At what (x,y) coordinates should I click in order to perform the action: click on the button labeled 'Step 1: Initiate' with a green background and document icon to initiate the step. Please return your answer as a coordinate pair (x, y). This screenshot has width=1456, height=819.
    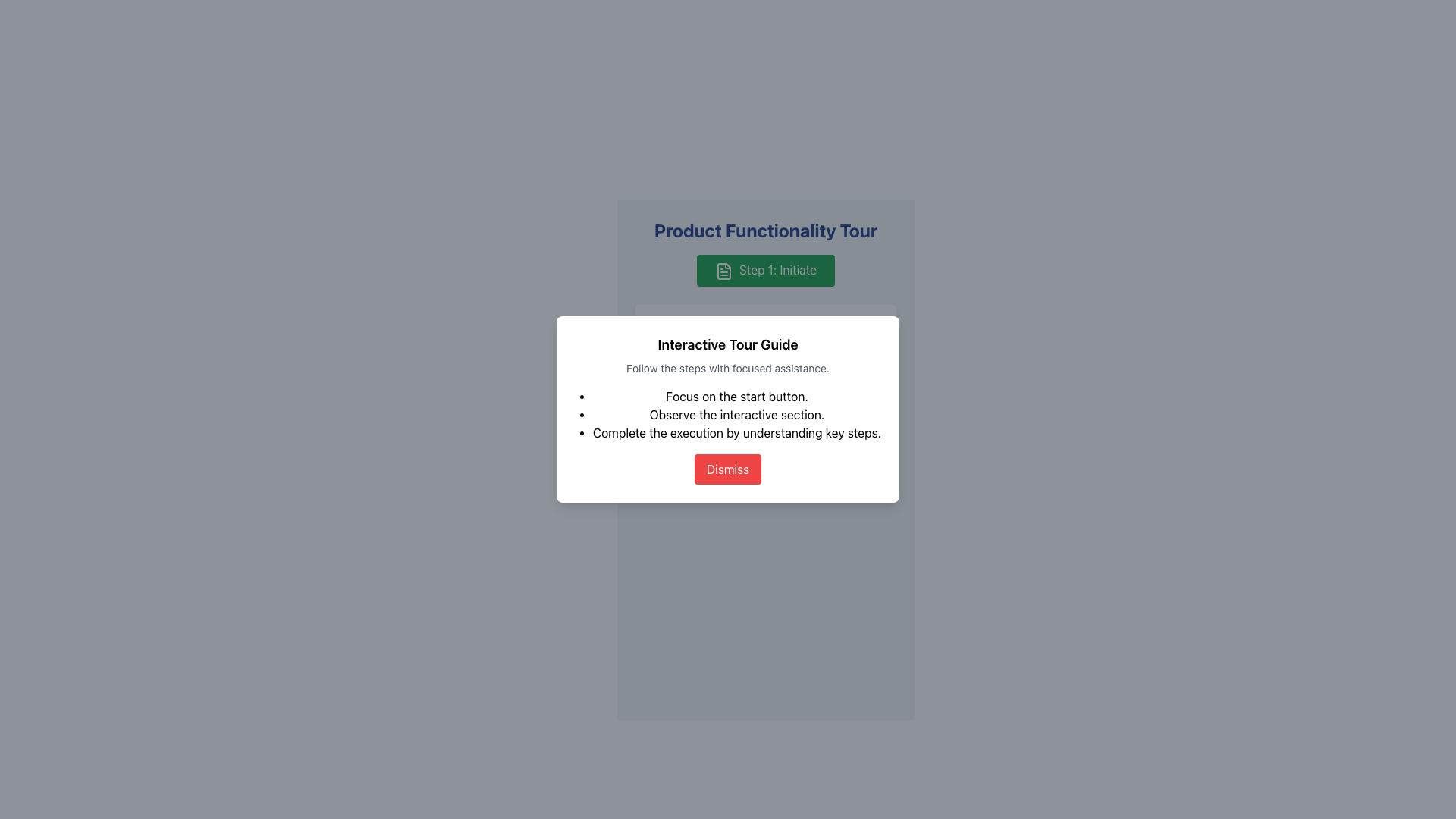
    Looking at the image, I should click on (765, 268).